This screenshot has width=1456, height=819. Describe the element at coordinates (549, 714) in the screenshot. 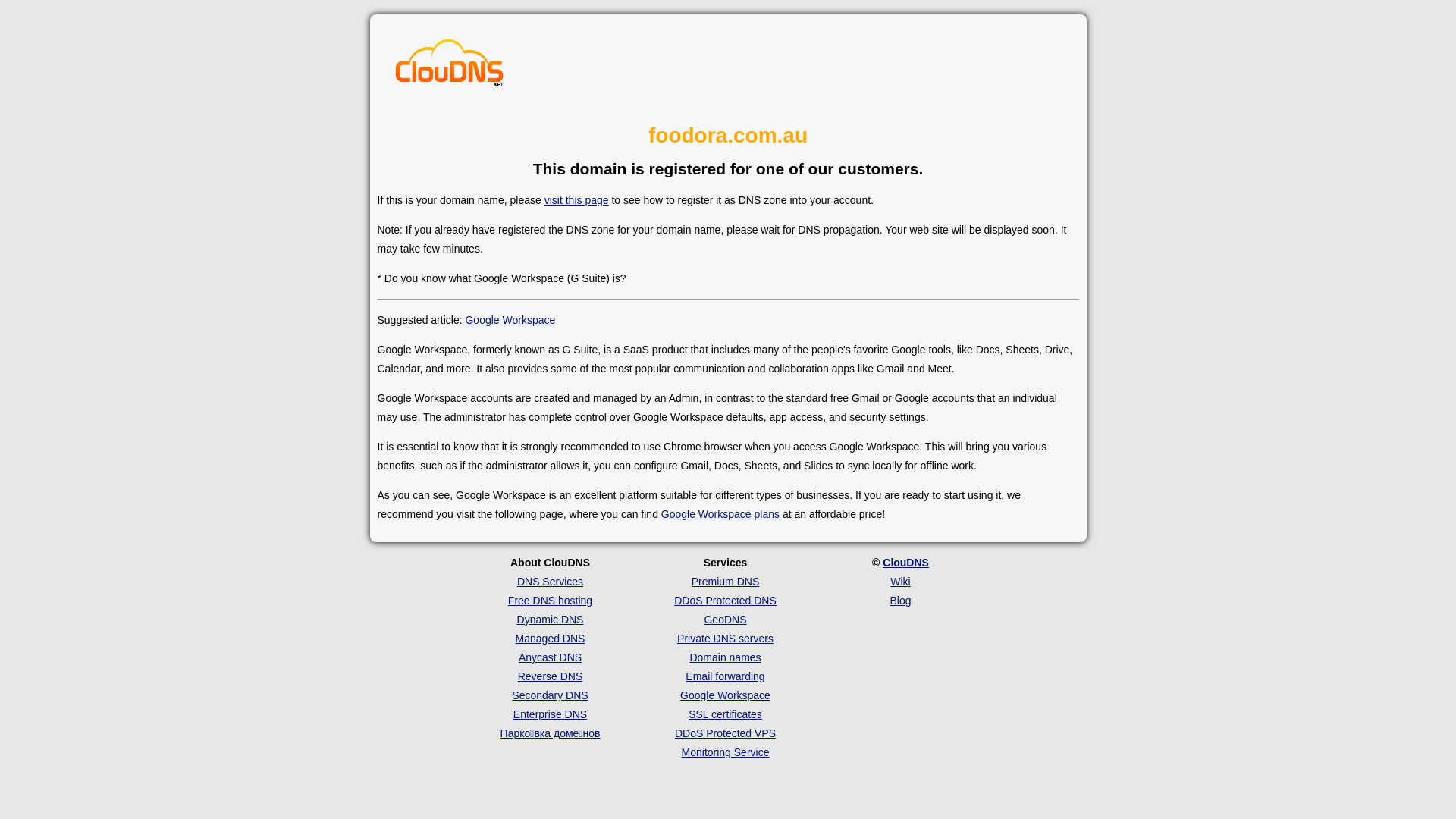

I see `'Enterprise DNS'` at that location.